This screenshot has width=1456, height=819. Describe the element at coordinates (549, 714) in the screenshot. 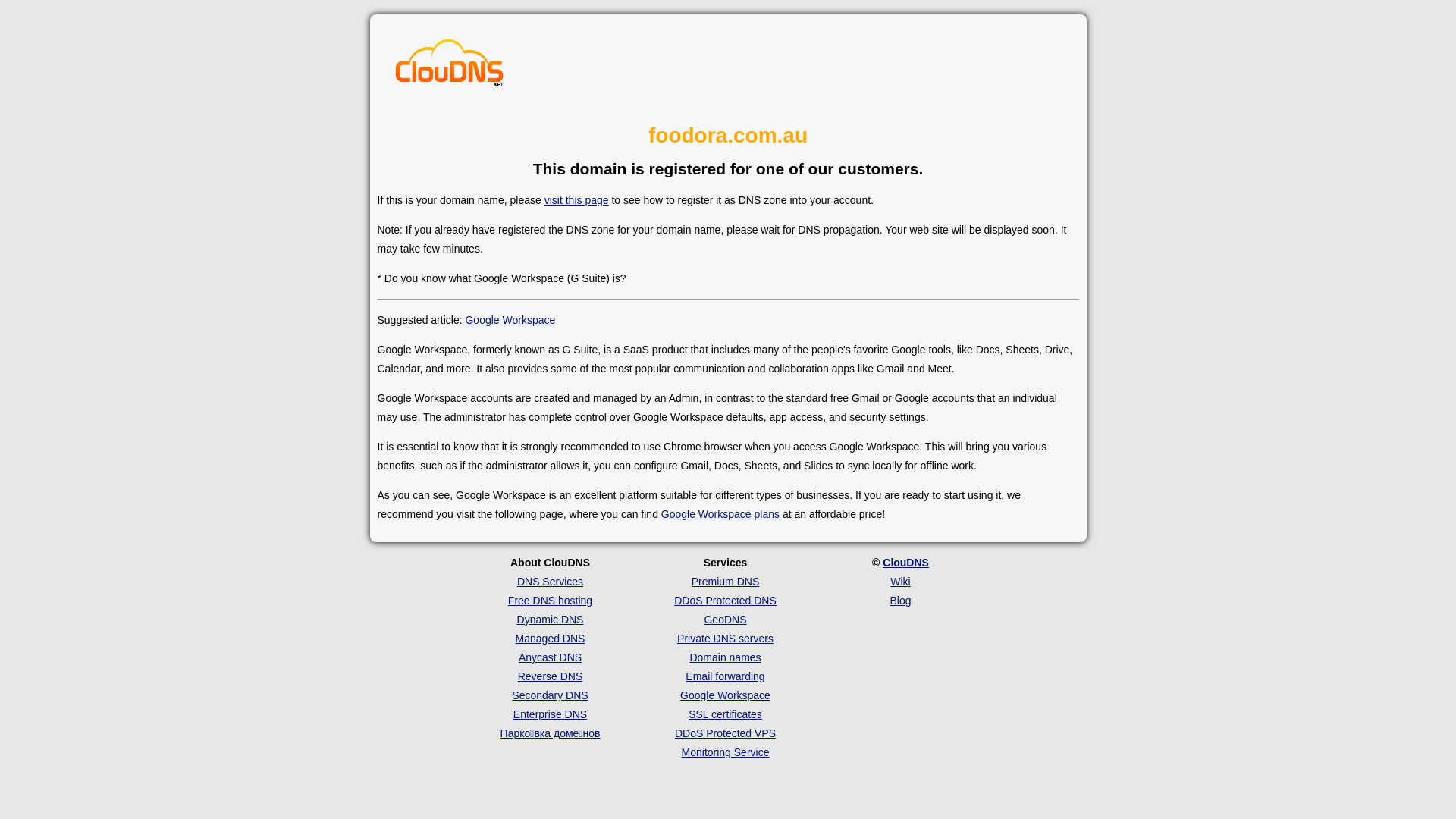

I see `'Enterprise DNS'` at that location.